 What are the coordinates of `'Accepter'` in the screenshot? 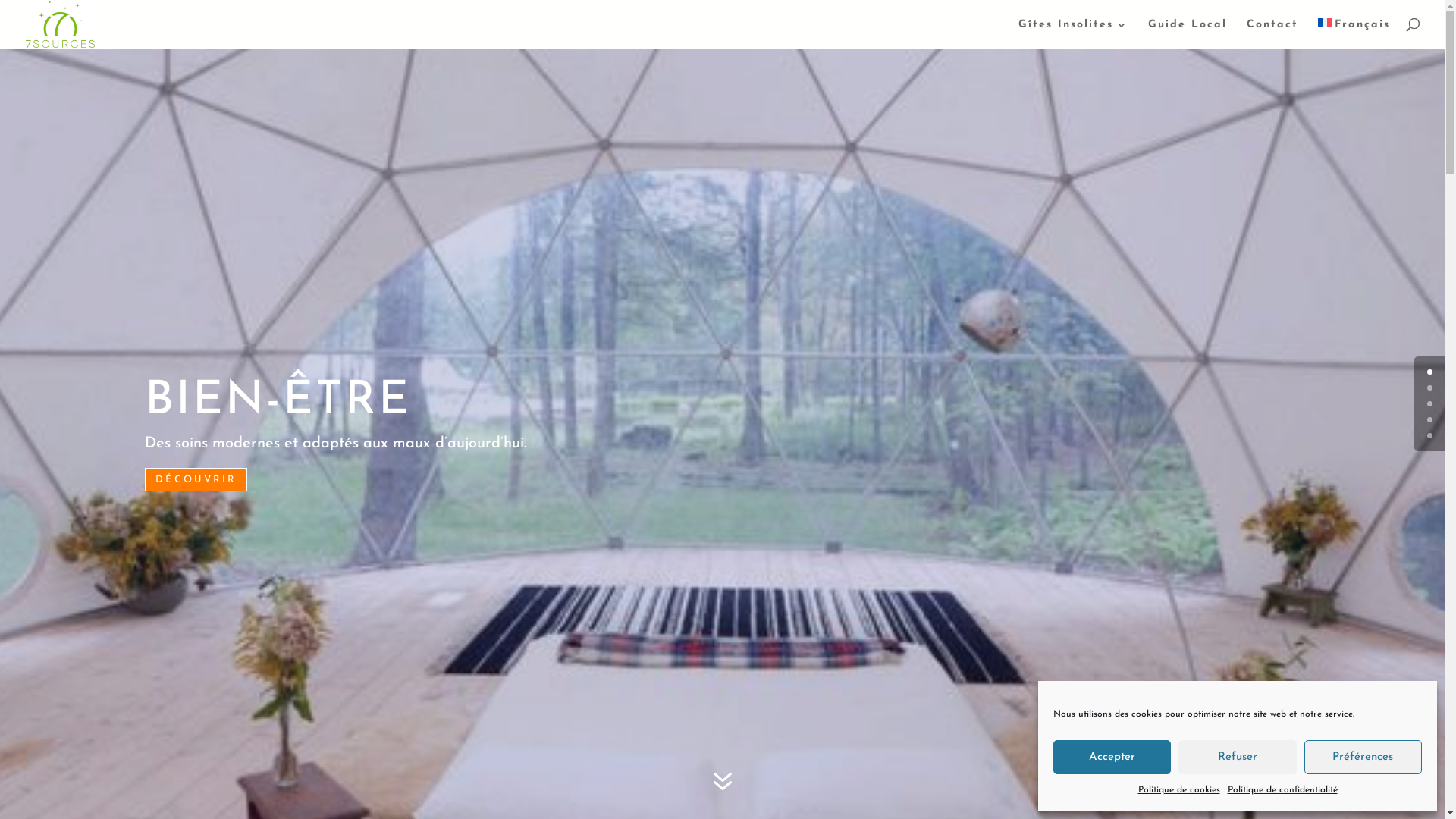 It's located at (1112, 757).